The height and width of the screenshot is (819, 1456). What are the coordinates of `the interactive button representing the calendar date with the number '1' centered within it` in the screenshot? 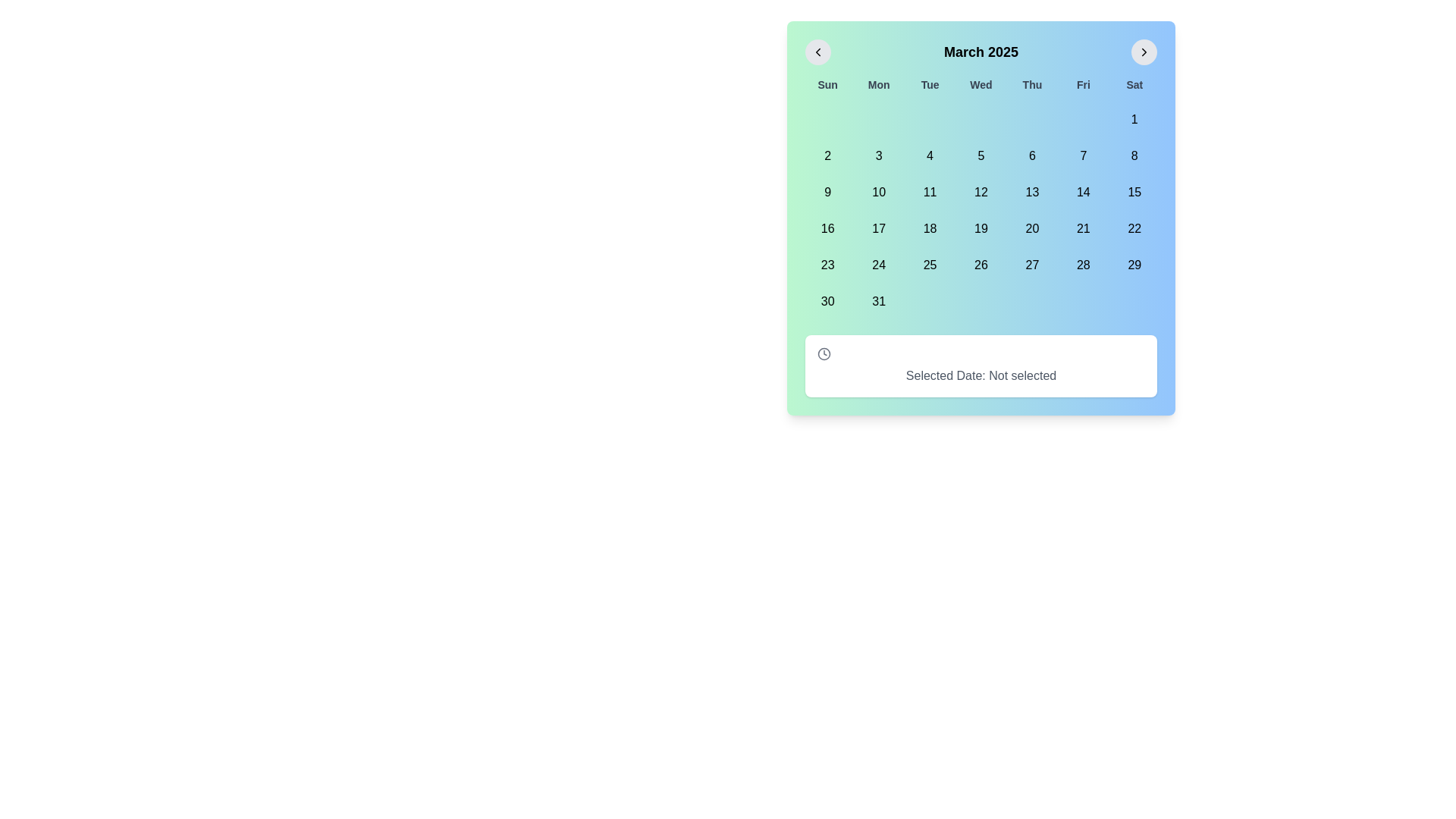 It's located at (1134, 119).